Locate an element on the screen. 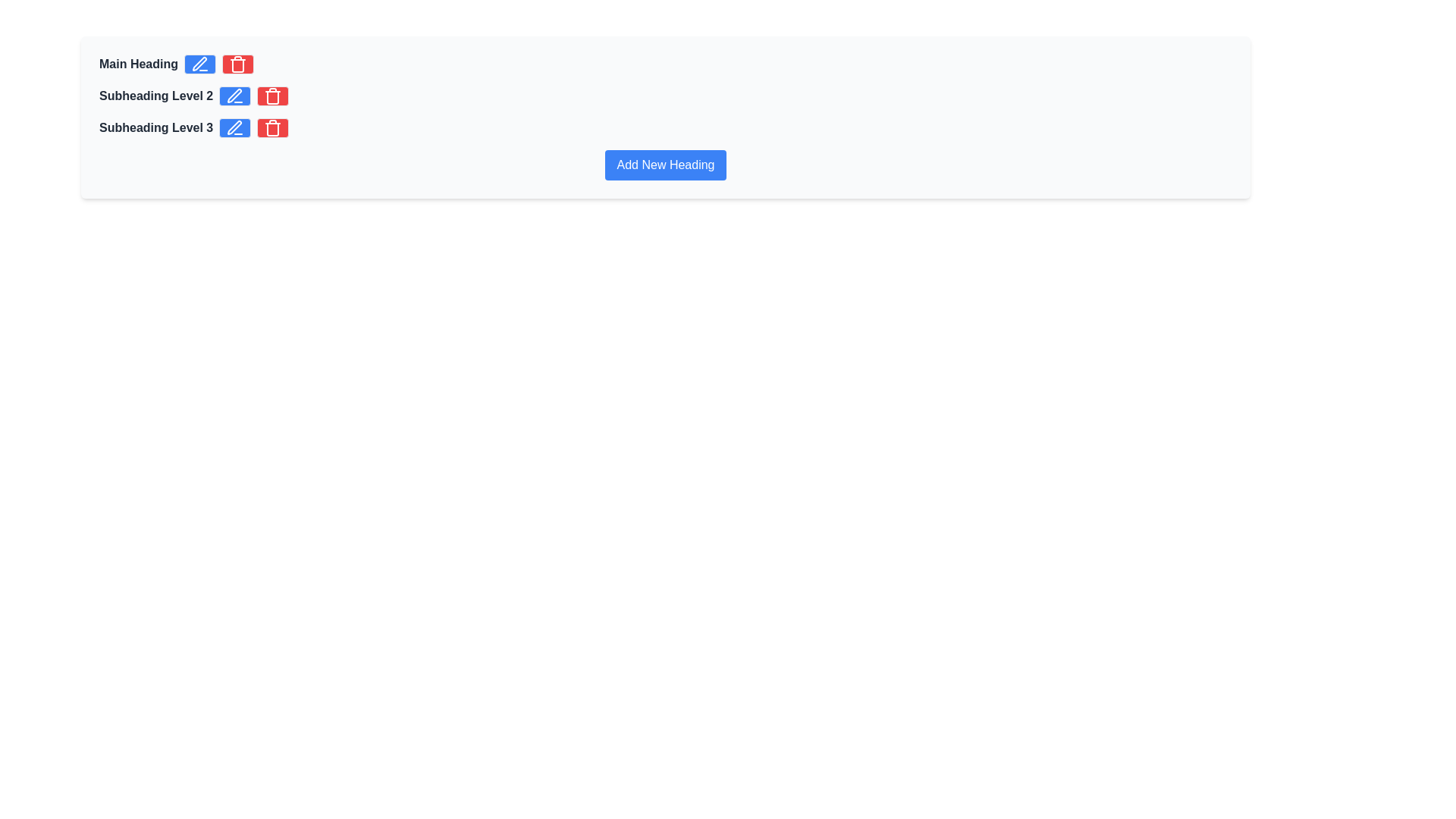 Image resolution: width=1456 pixels, height=819 pixels. the edit icon button located in the second block (Subheading Level 2) of the vertical list, positioned first to the right of the label text, to initiate the edit action is located at coordinates (234, 96).